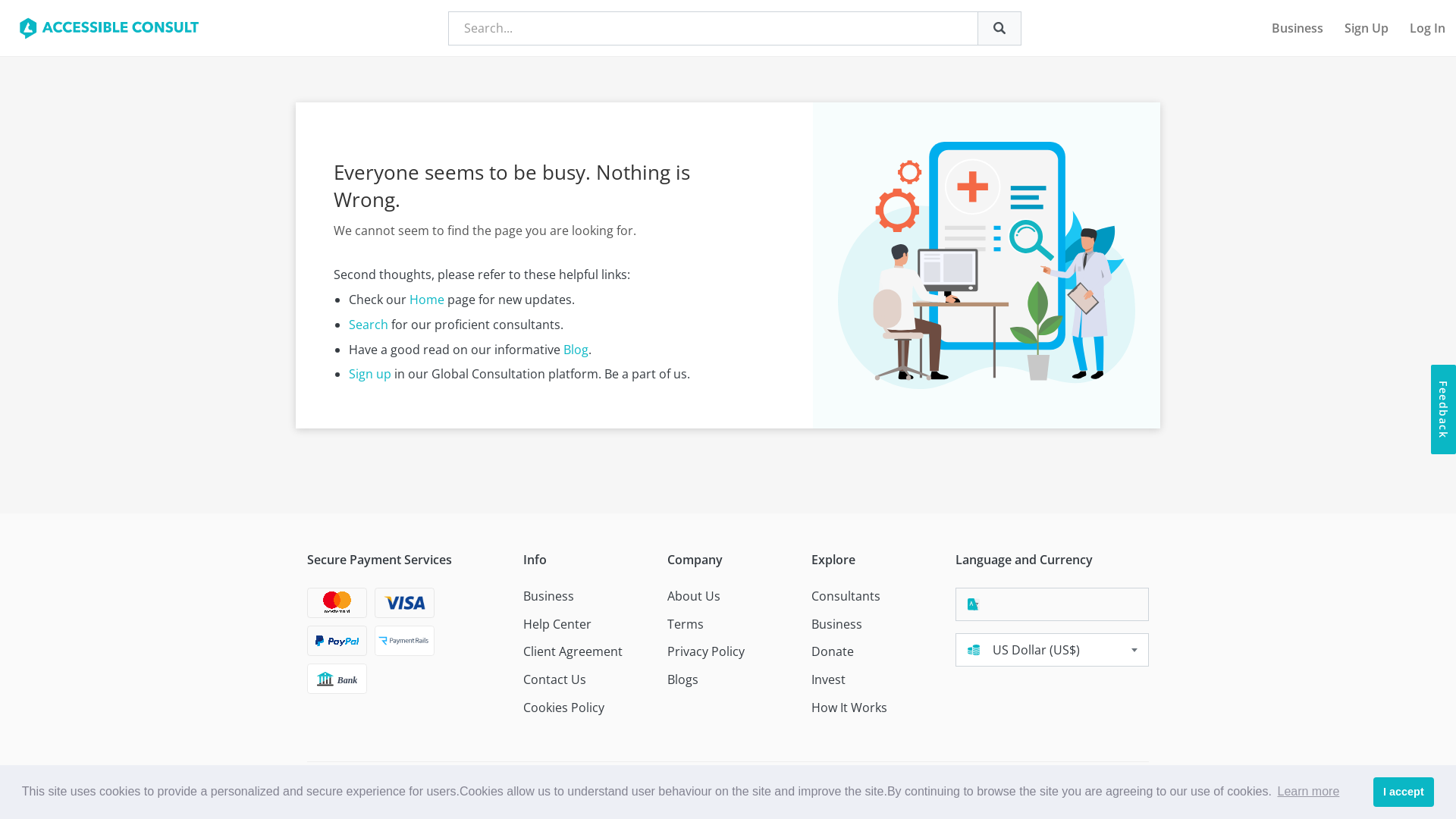  Describe the element at coordinates (832, 651) in the screenshot. I see `'Donate'` at that location.